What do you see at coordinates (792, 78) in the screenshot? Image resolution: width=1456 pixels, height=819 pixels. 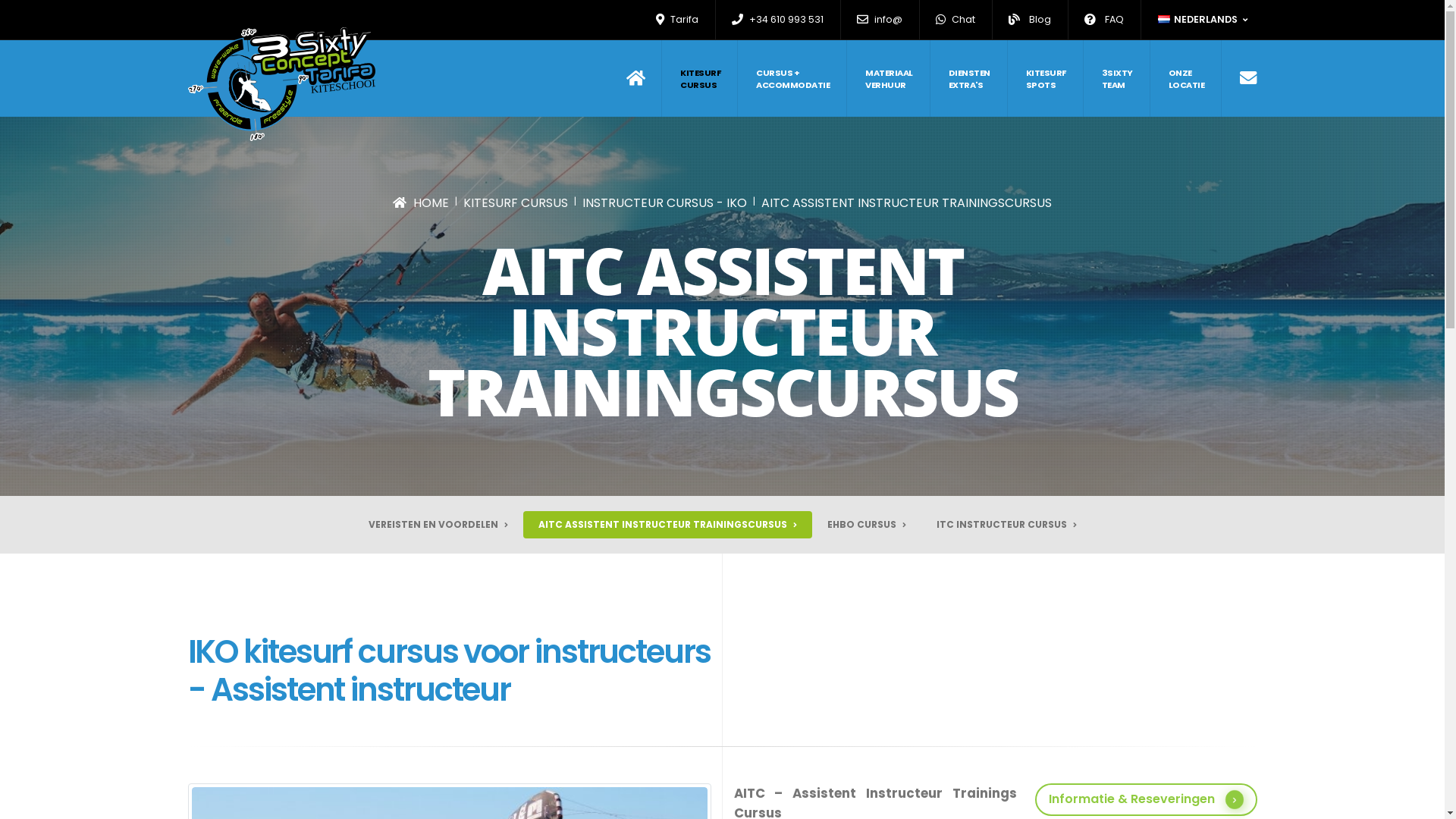 I see `'CURSUS + ACCOMMODATIE'` at bounding box center [792, 78].